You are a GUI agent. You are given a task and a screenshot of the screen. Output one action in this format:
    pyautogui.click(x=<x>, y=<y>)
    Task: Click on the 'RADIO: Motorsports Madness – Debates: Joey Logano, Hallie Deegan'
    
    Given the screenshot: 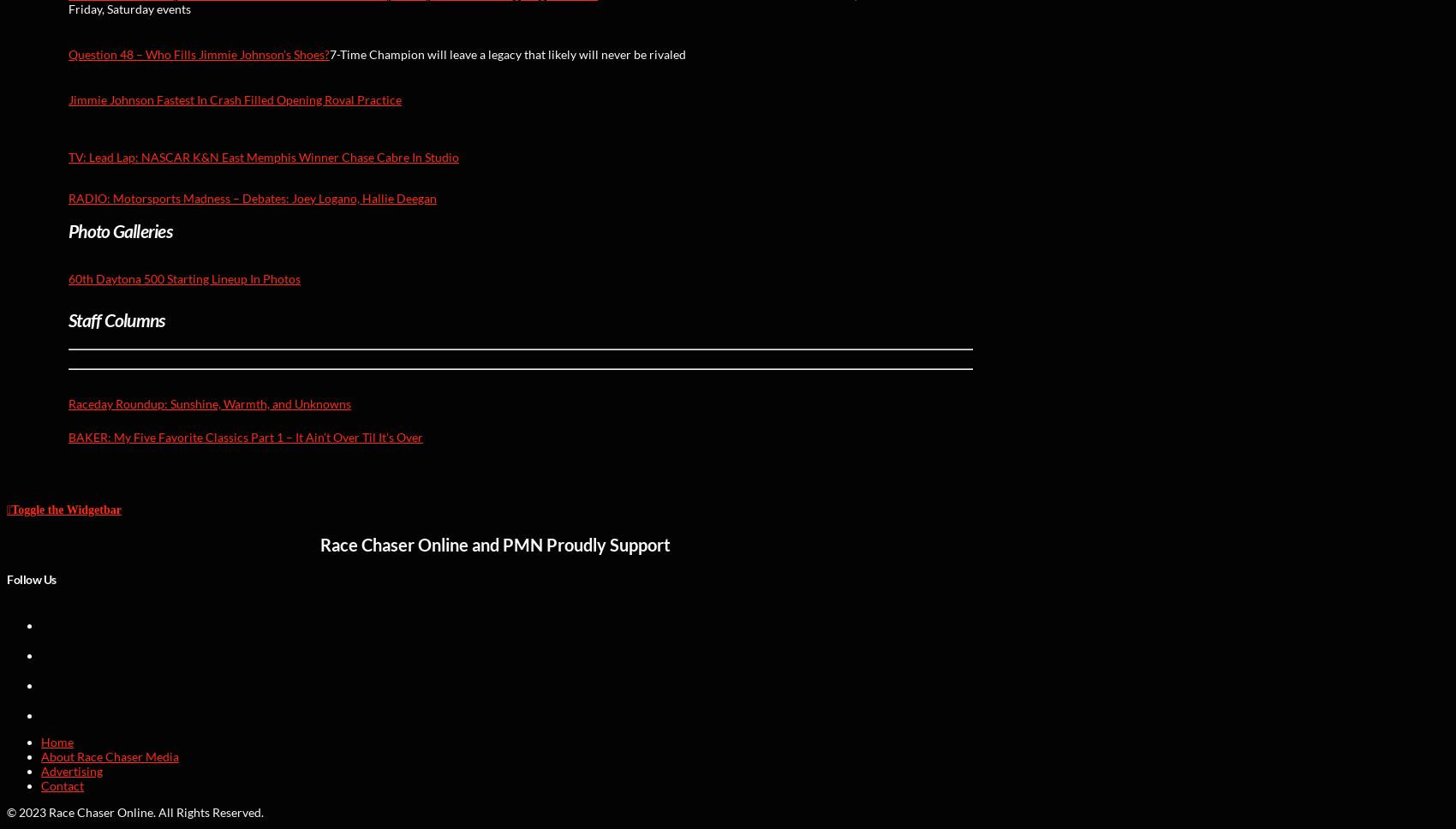 What is the action you would take?
    pyautogui.click(x=252, y=196)
    